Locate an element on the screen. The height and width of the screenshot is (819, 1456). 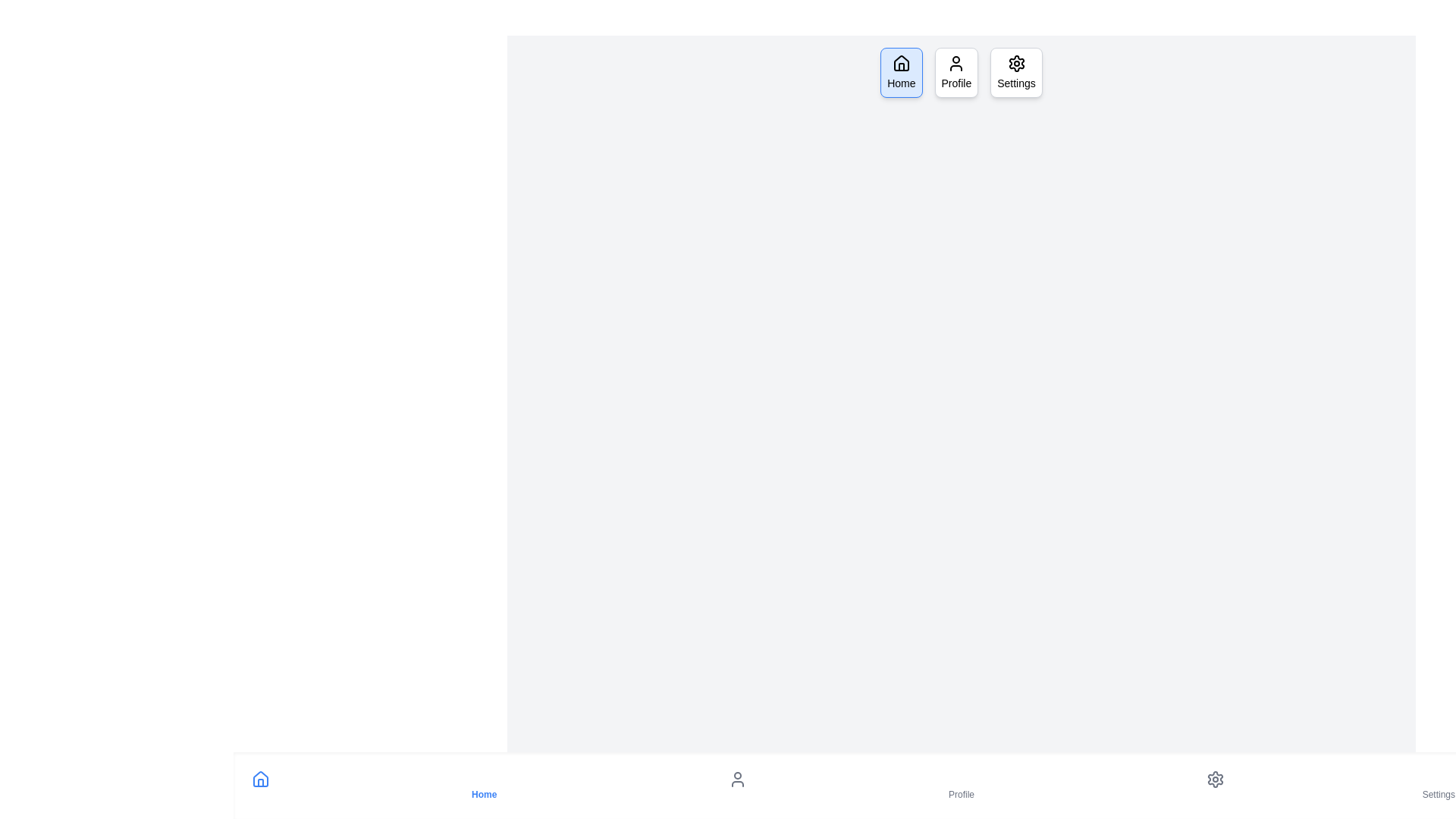
the 'Profile' navigation button located in the bottom navigation bar to trigger visual feedback is located at coordinates (960, 785).